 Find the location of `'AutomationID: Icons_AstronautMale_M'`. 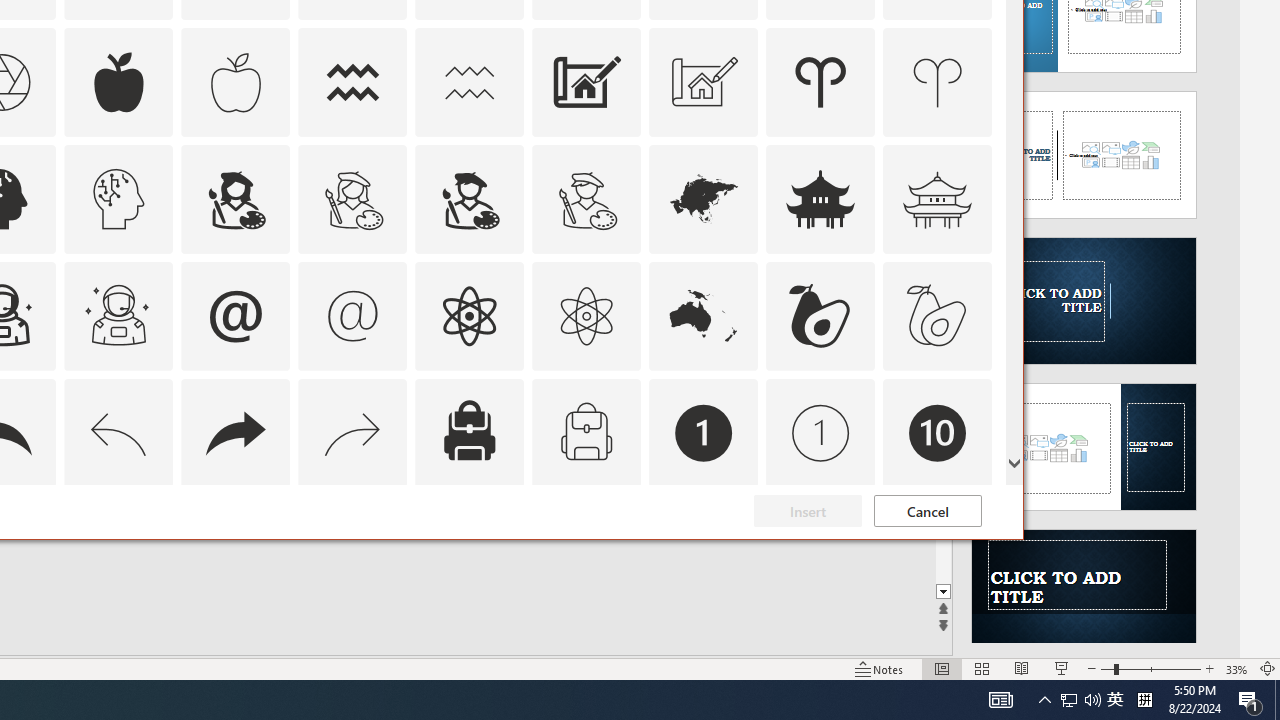

'AutomationID: Icons_AstronautMale_M' is located at coordinates (118, 315).